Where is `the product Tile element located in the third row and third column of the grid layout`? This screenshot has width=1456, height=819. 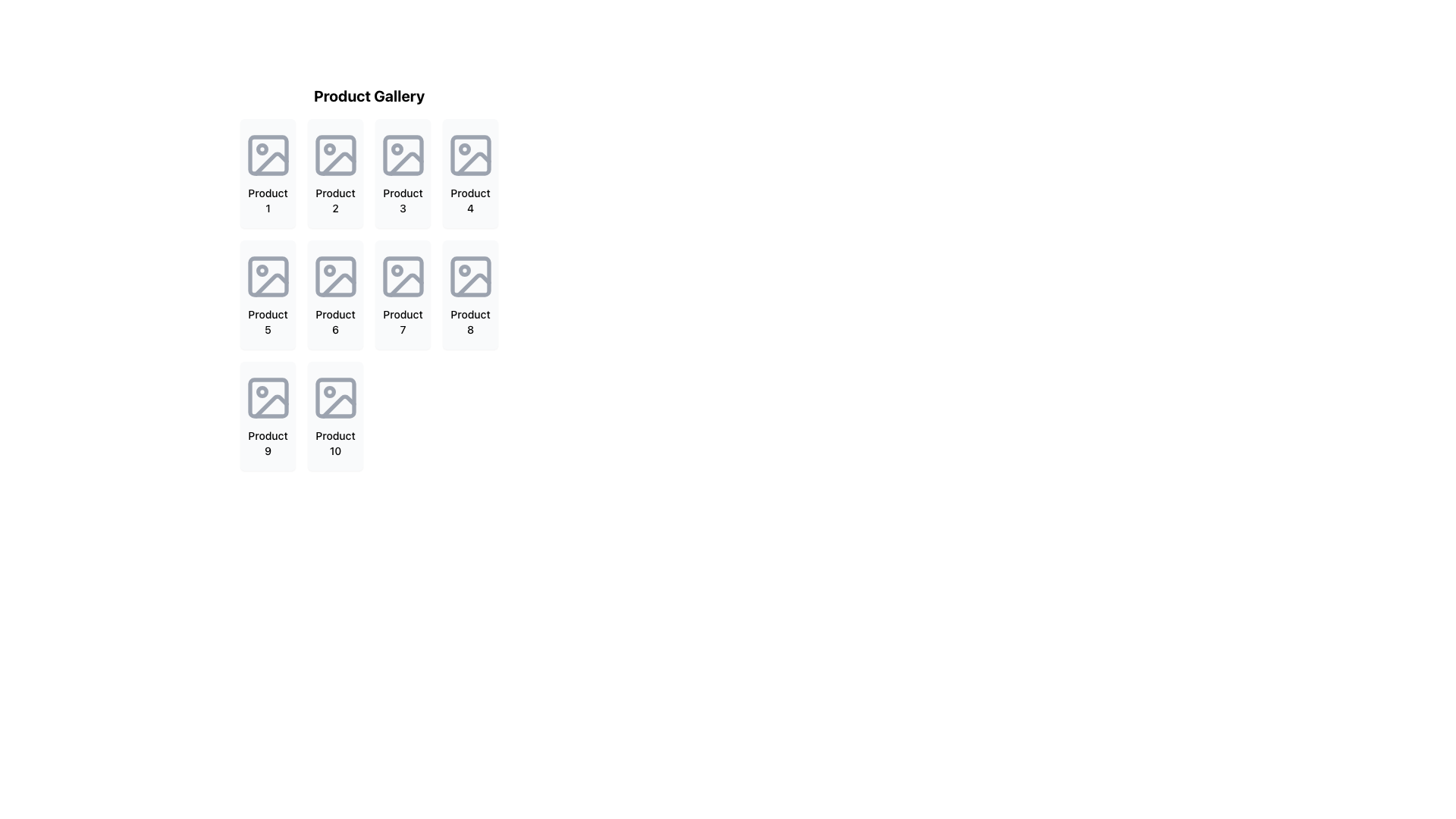 the product Tile element located in the third row and third column of the grid layout is located at coordinates (403, 295).